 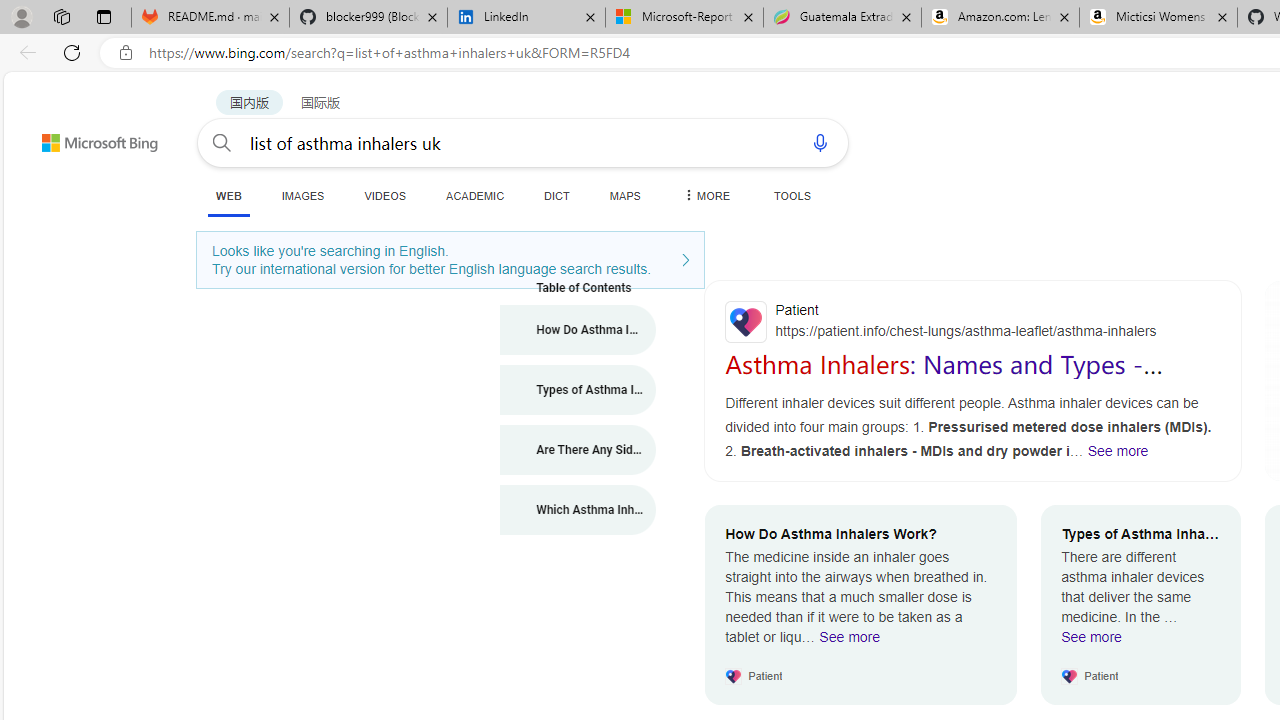 I want to click on 'Which Asthma Inhaler Device Should I use?', so click(x=577, y=509).